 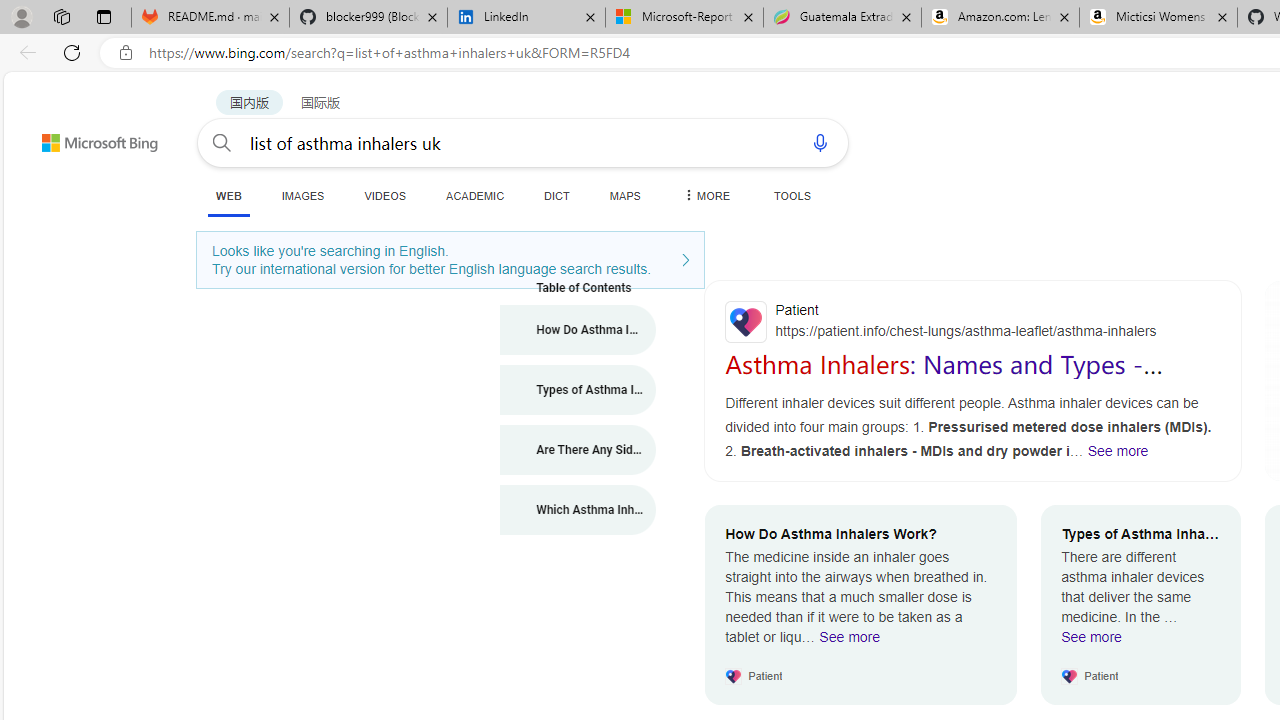 I want to click on 'Which Asthma Inhaler Device Should I use?', so click(x=577, y=509).